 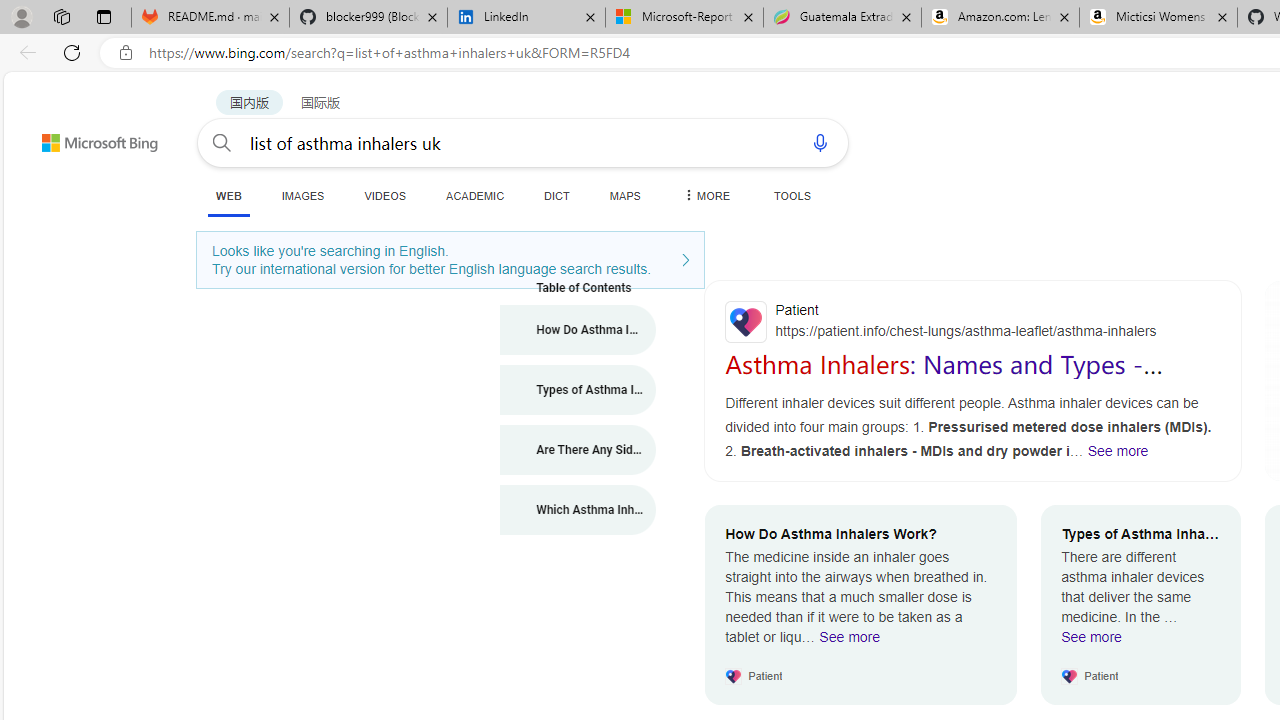 I want to click on 'Which Asthma Inhaler Device Should I use?', so click(x=577, y=509).